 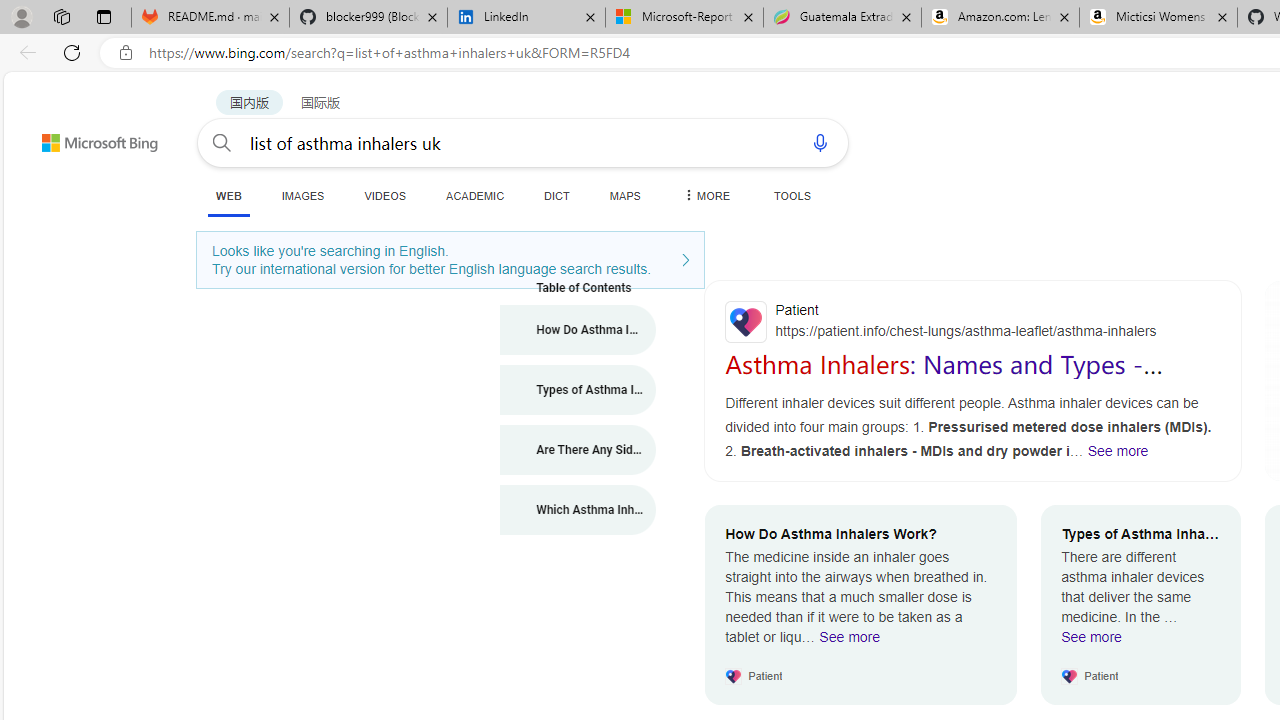 I want to click on 'Which Asthma Inhaler Device Should I use?', so click(x=577, y=509).